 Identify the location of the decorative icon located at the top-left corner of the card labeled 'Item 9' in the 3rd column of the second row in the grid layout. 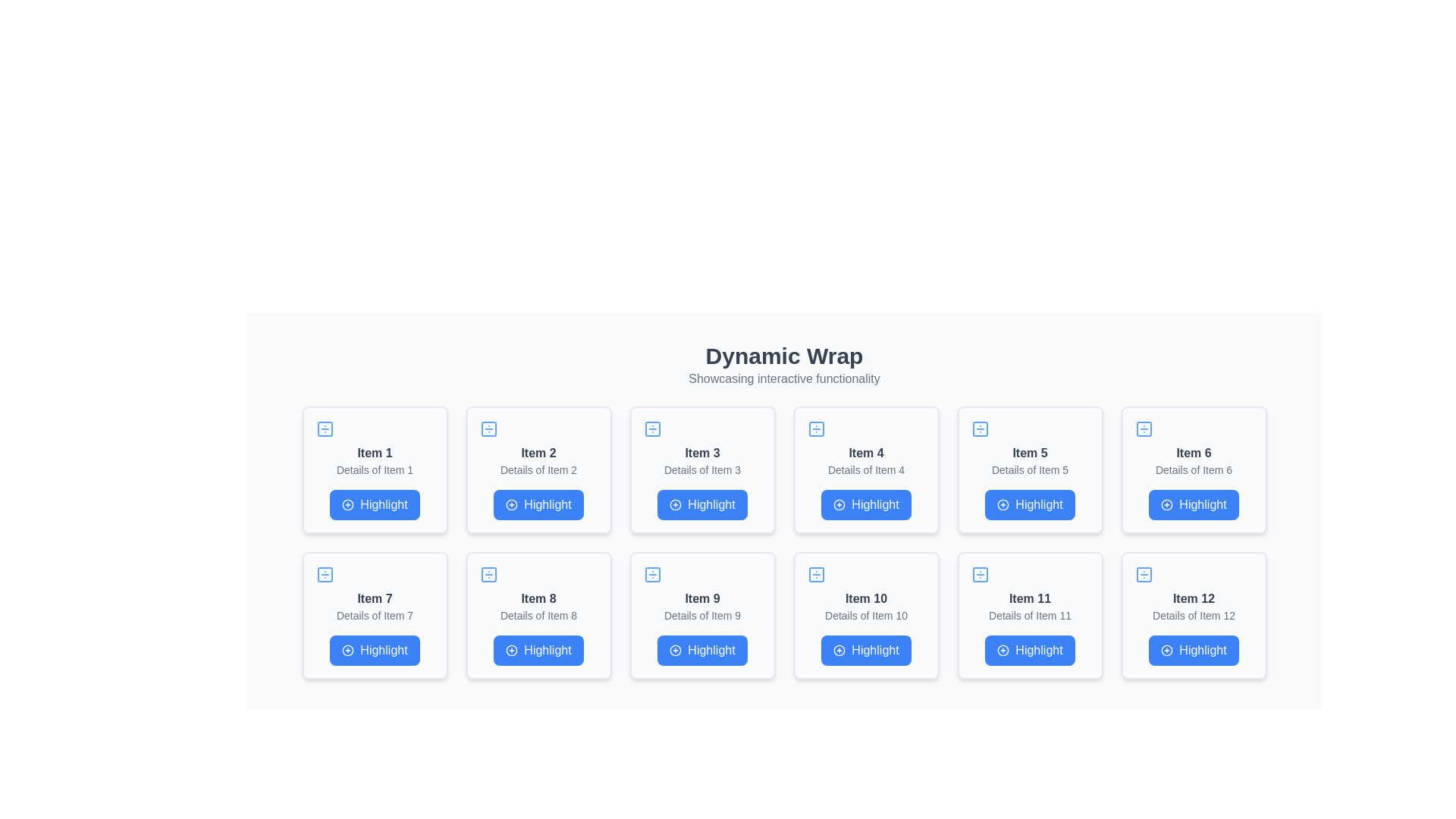
(652, 575).